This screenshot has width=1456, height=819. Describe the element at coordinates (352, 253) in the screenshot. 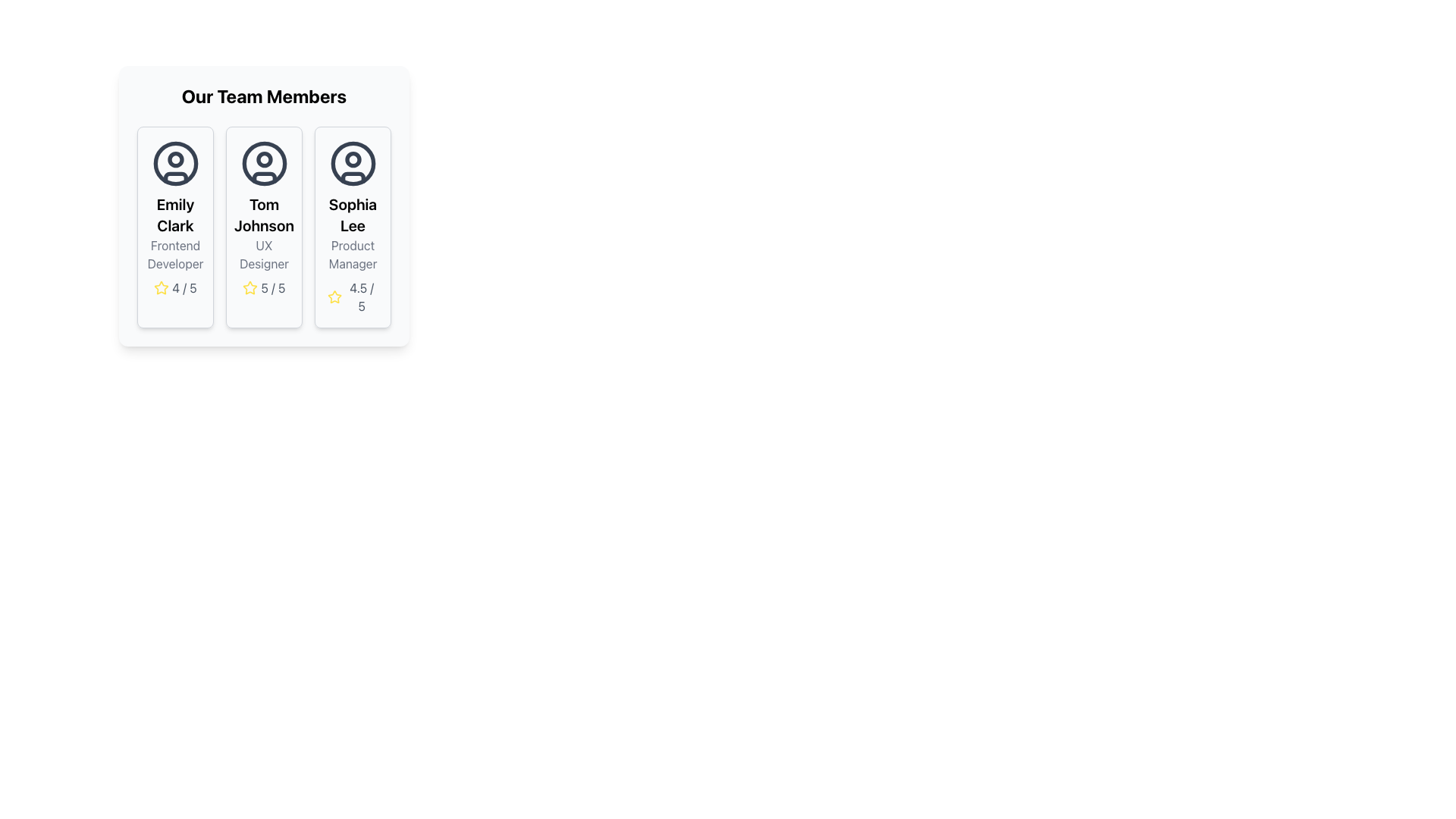

I see `the informational text label indicating the job title 'Product Manager' located in the rightmost employee card below the name 'Sophia Lee' and above the star rating '4.5 / 5.'` at that location.